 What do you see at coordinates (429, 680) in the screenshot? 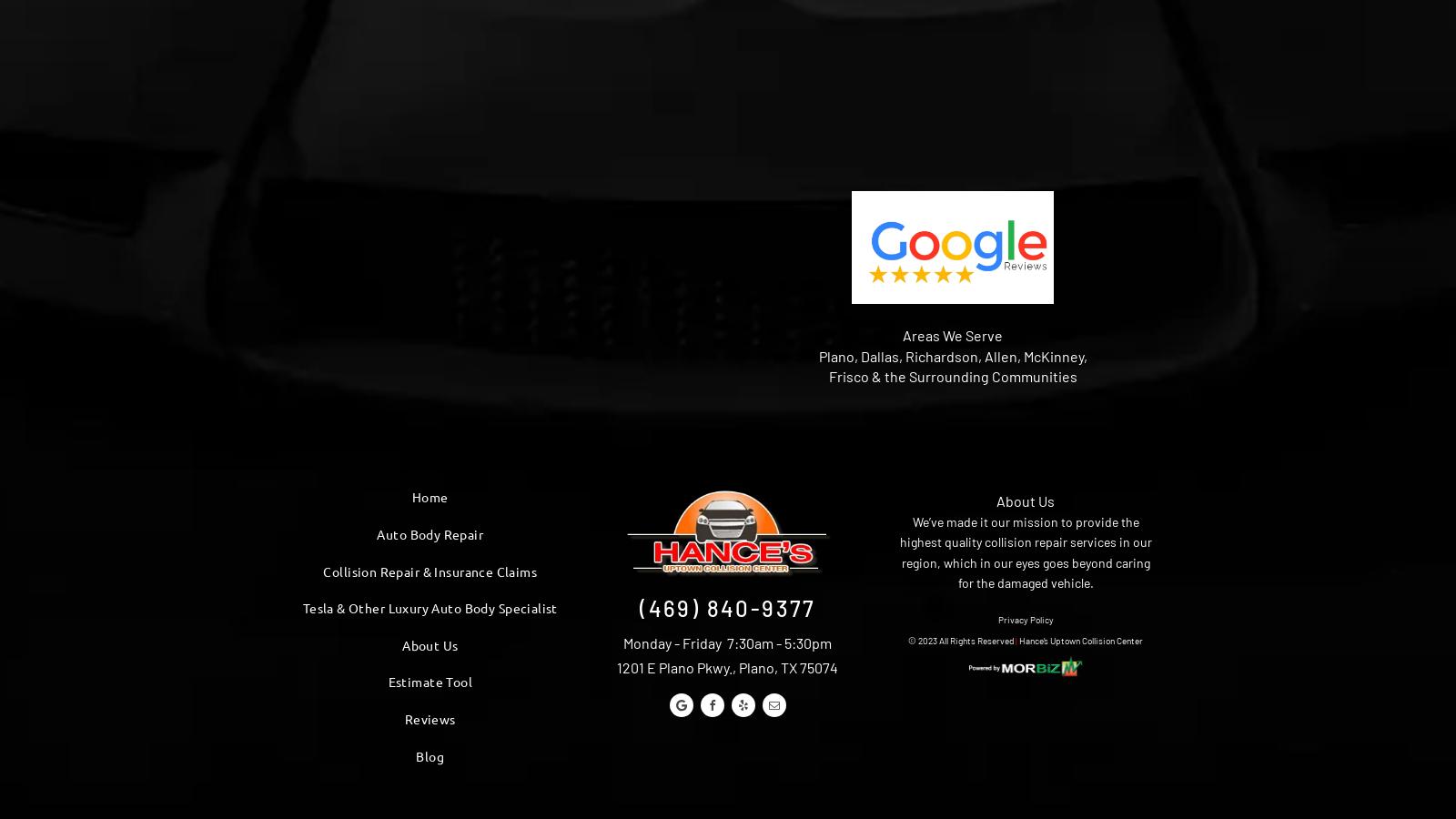
I see `'Estimate Tool'` at bounding box center [429, 680].